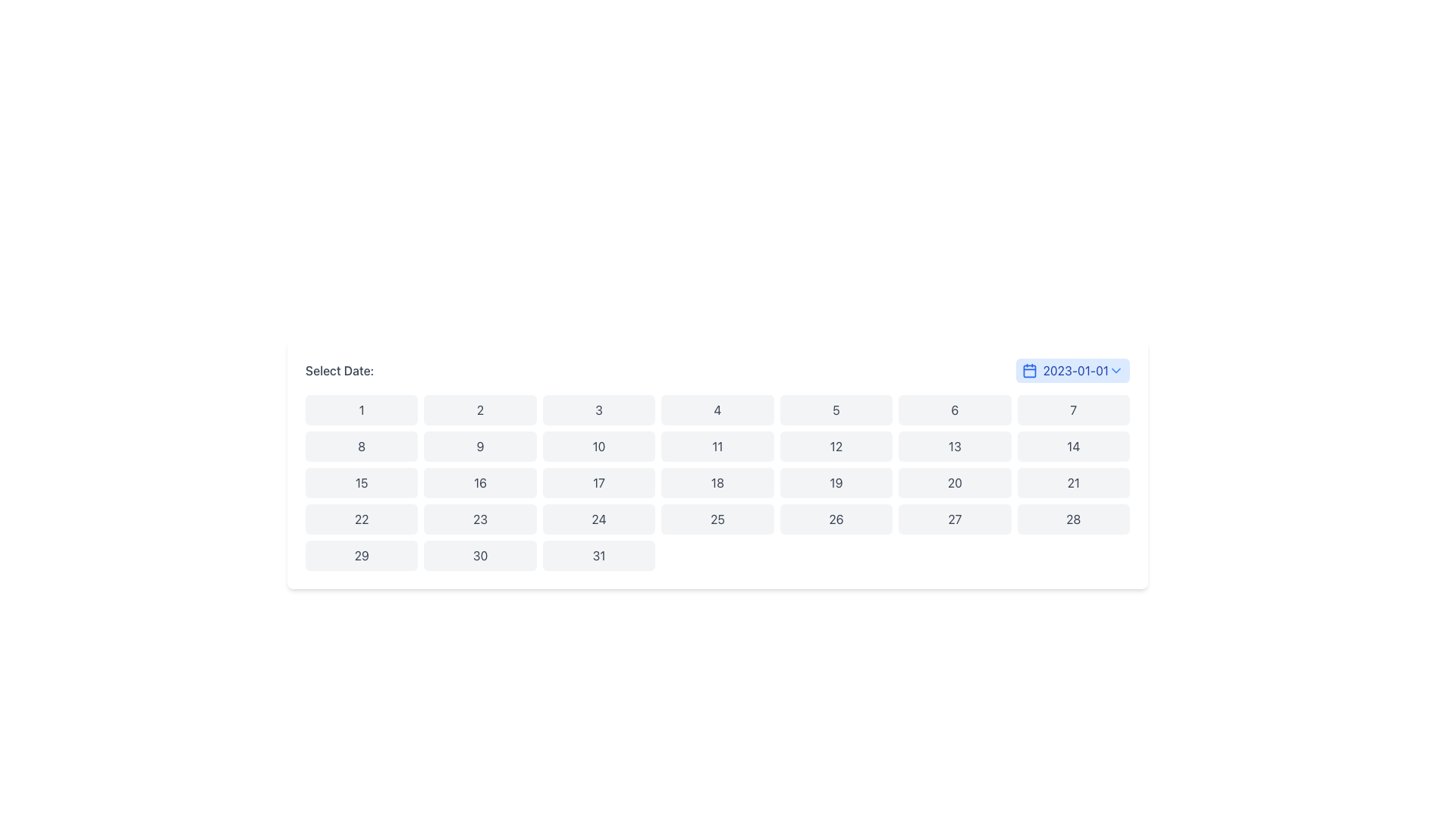 The height and width of the screenshot is (819, 1456). What do you see at coordinates (598, 409) in the screenshot?
I see `the third button in the first row of the grid layout, which displays the numeral '3' in a dark gray font on a light gray background` at bounding box center [598, 409].